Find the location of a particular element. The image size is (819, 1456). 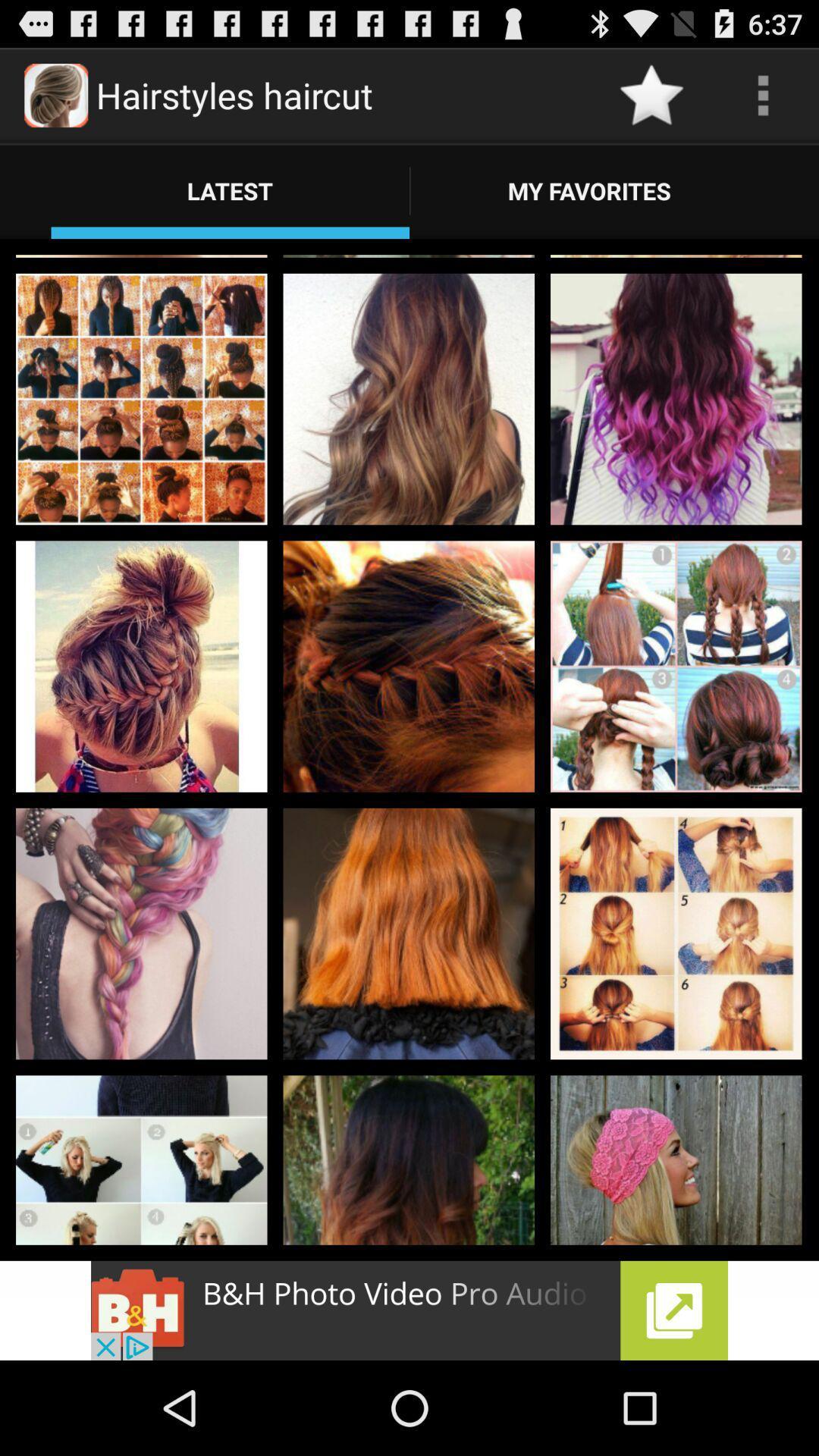

main menu is located at coordinates (763, 94).